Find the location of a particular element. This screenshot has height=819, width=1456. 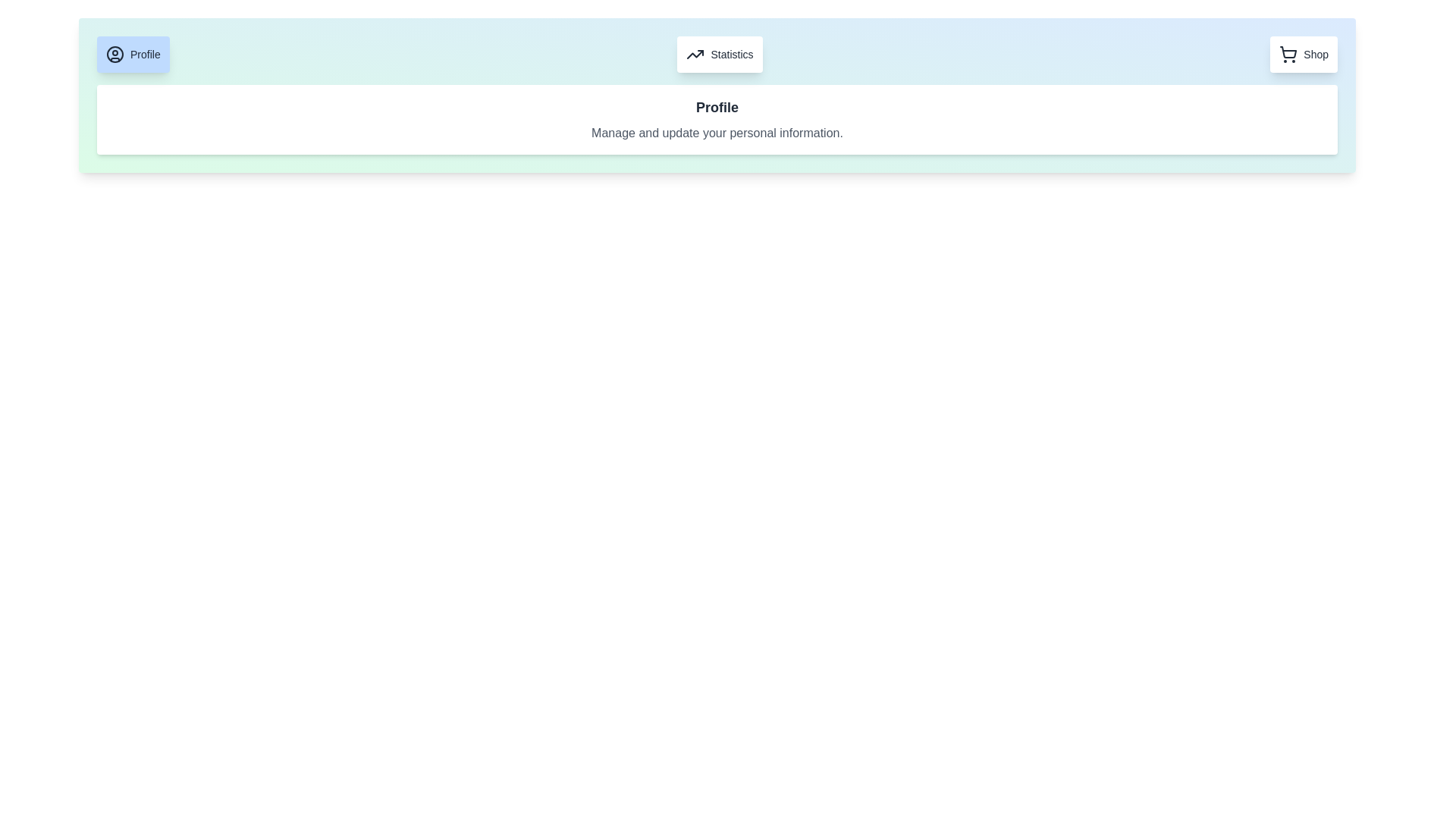

the line chart icon representing the 'Statistics' section is located at coordinates (695, 54).